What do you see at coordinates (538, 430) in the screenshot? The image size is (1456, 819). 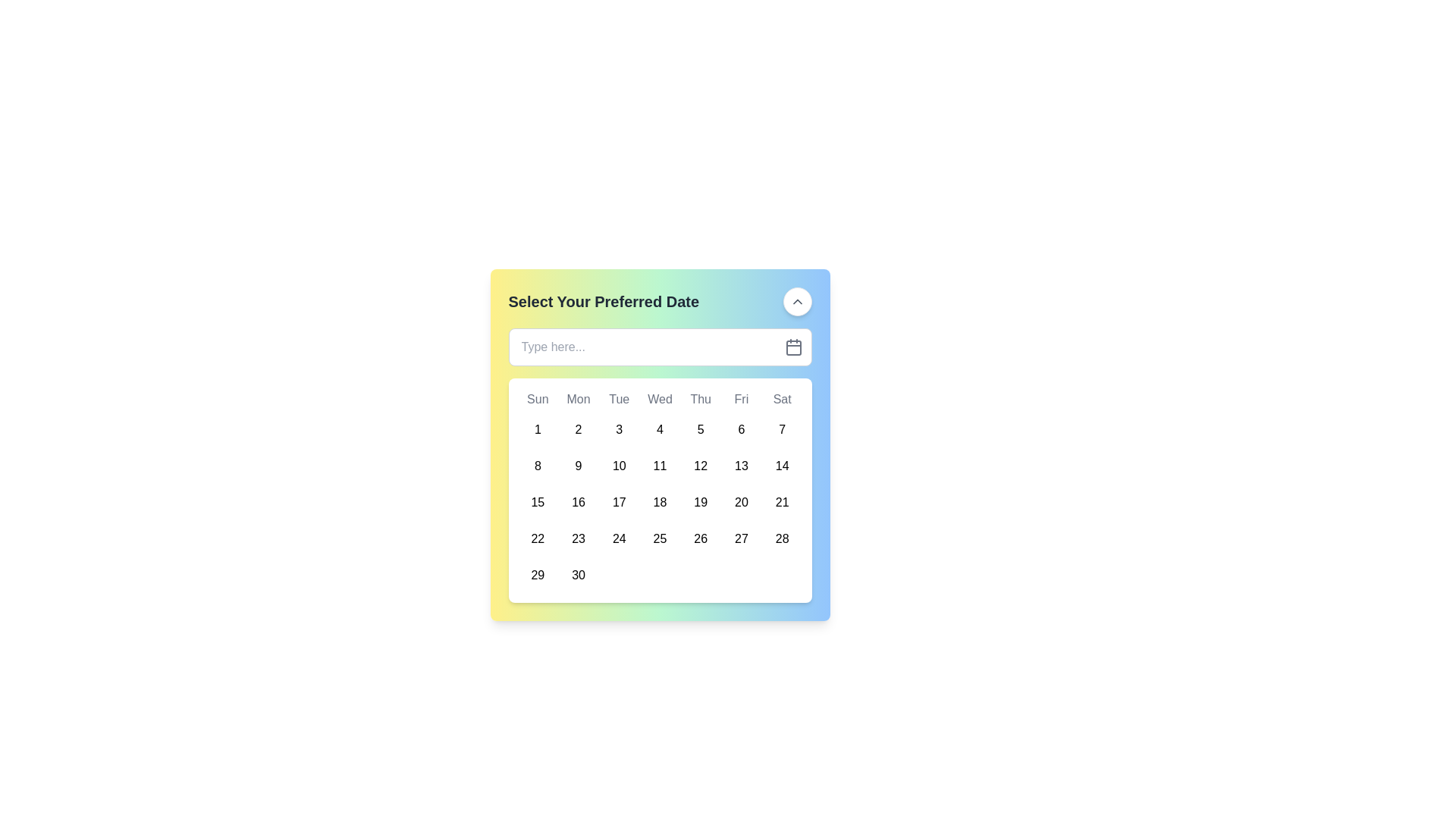 I see `the first day button of the month in the calendar interface, located under the 'Sun' weekday column` at bounding box center [538, 430].